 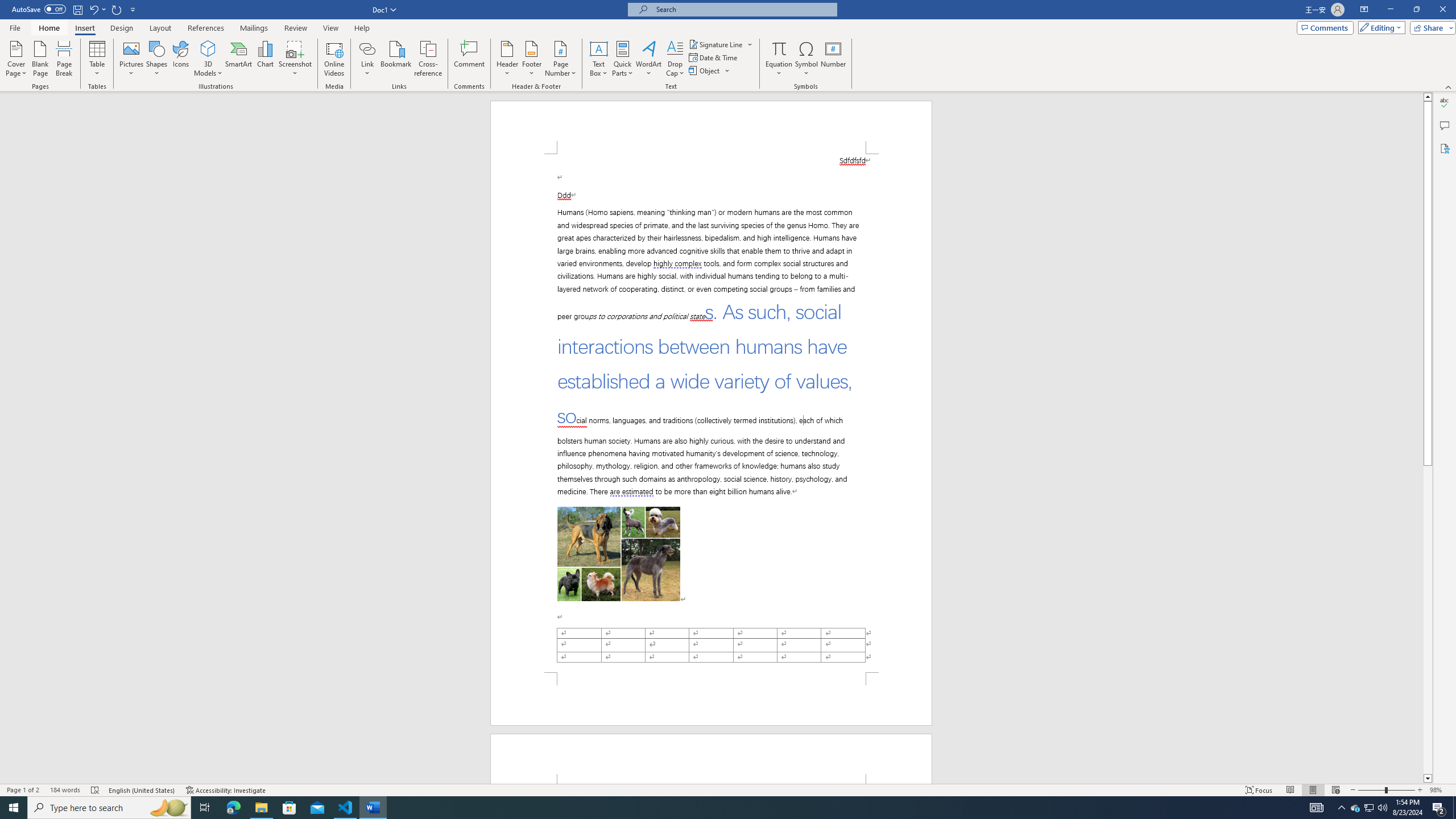 What do you see at coordinates (157, 59) in the screenshot?
I see `'Shapes'` at bounding box center [157, 59].